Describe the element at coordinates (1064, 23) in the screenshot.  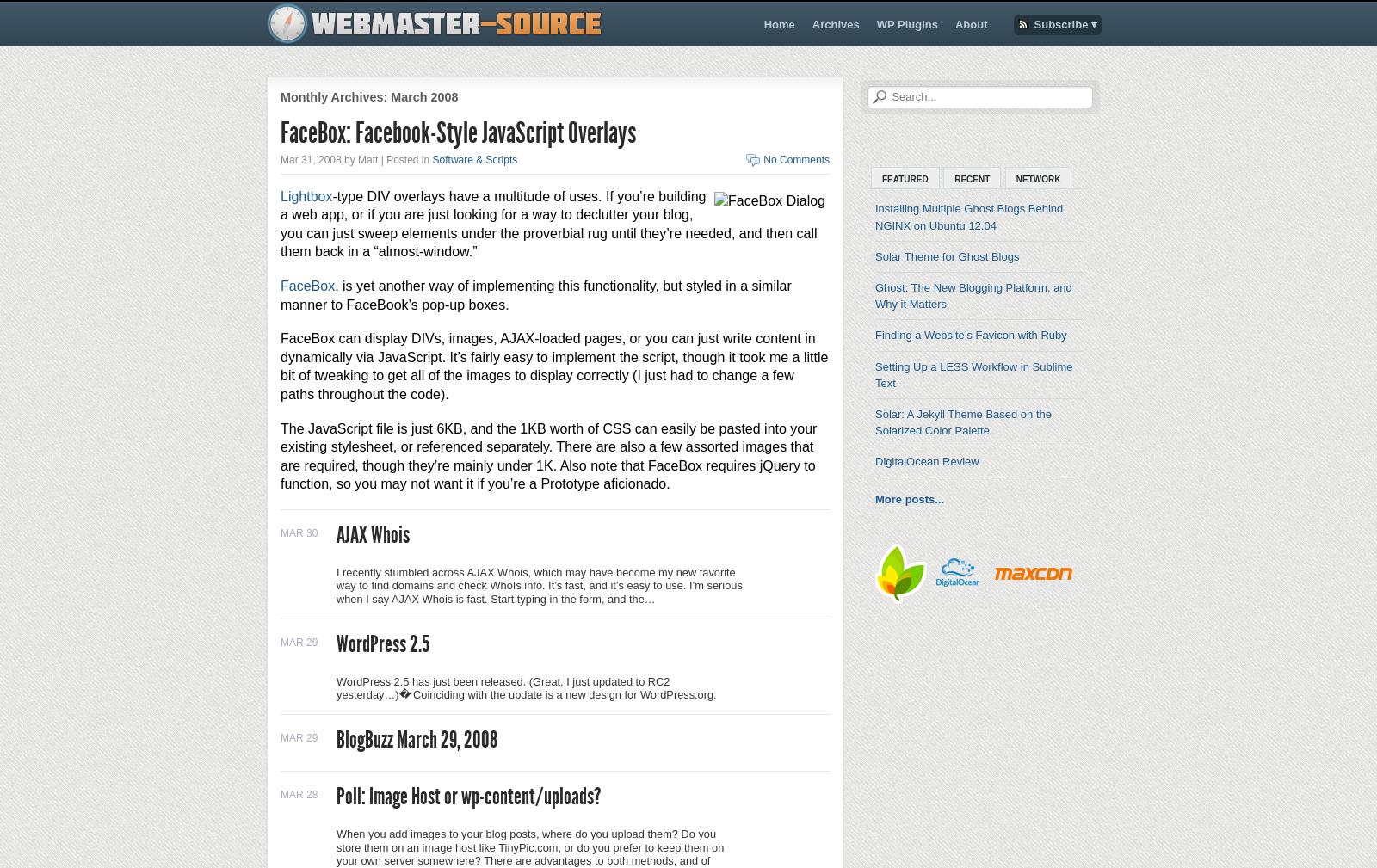
I see `'Subscribe ▾'` at that location.